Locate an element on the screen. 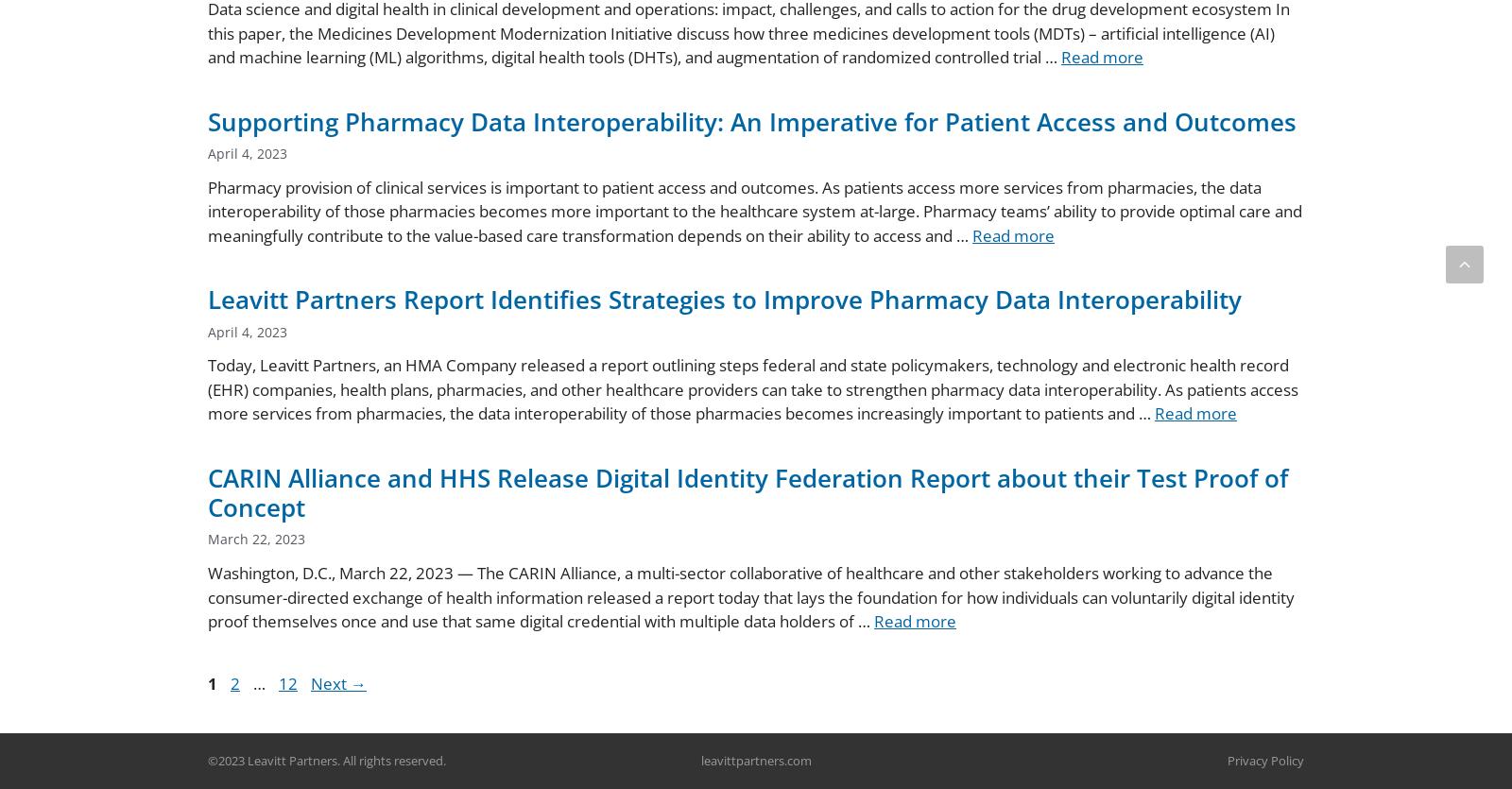 The width and height of the screenshot is (1512, 789). '12' is located at coordinates (287, 682).